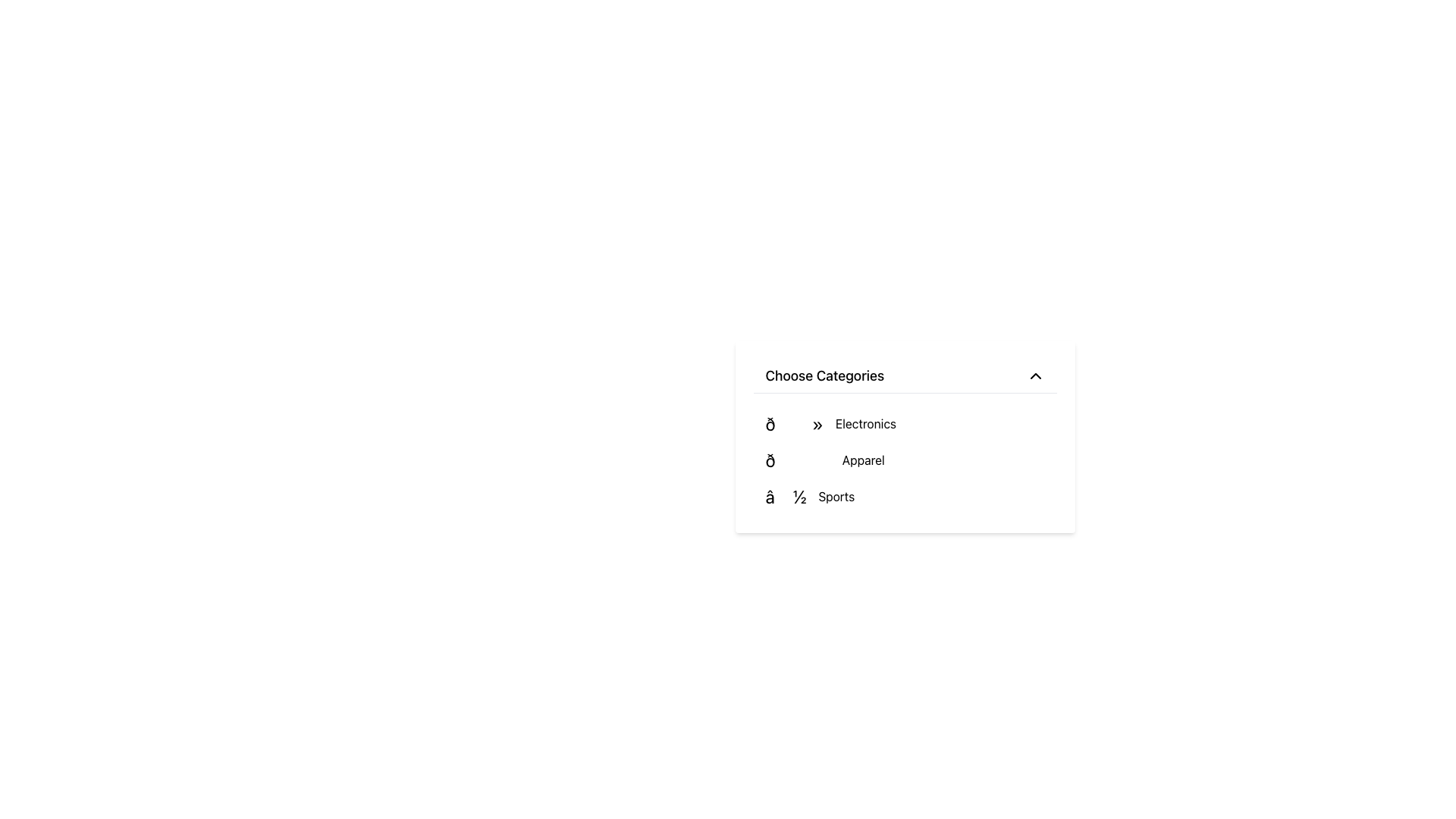 The height and width of the screenshot is (819, 1456). Describe the element at coordinates (824, 459) in the screenshot. I see `the 'Apparel' menu item, which is the second item in the vertical menu under 'Choose Categories', positioned between 'Electronics' and 'Sports'` at that location.